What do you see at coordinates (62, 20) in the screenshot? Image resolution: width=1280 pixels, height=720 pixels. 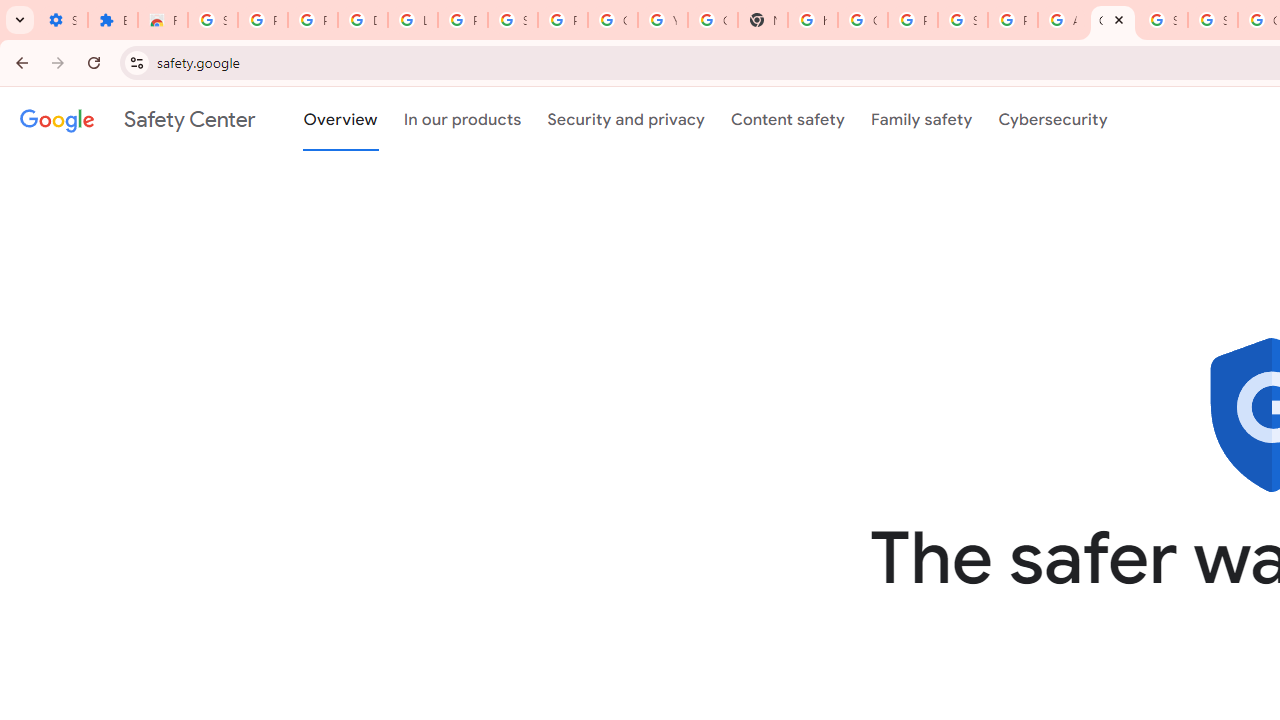 I see `'Settings - On startup'` at bounding box center [62, 20].